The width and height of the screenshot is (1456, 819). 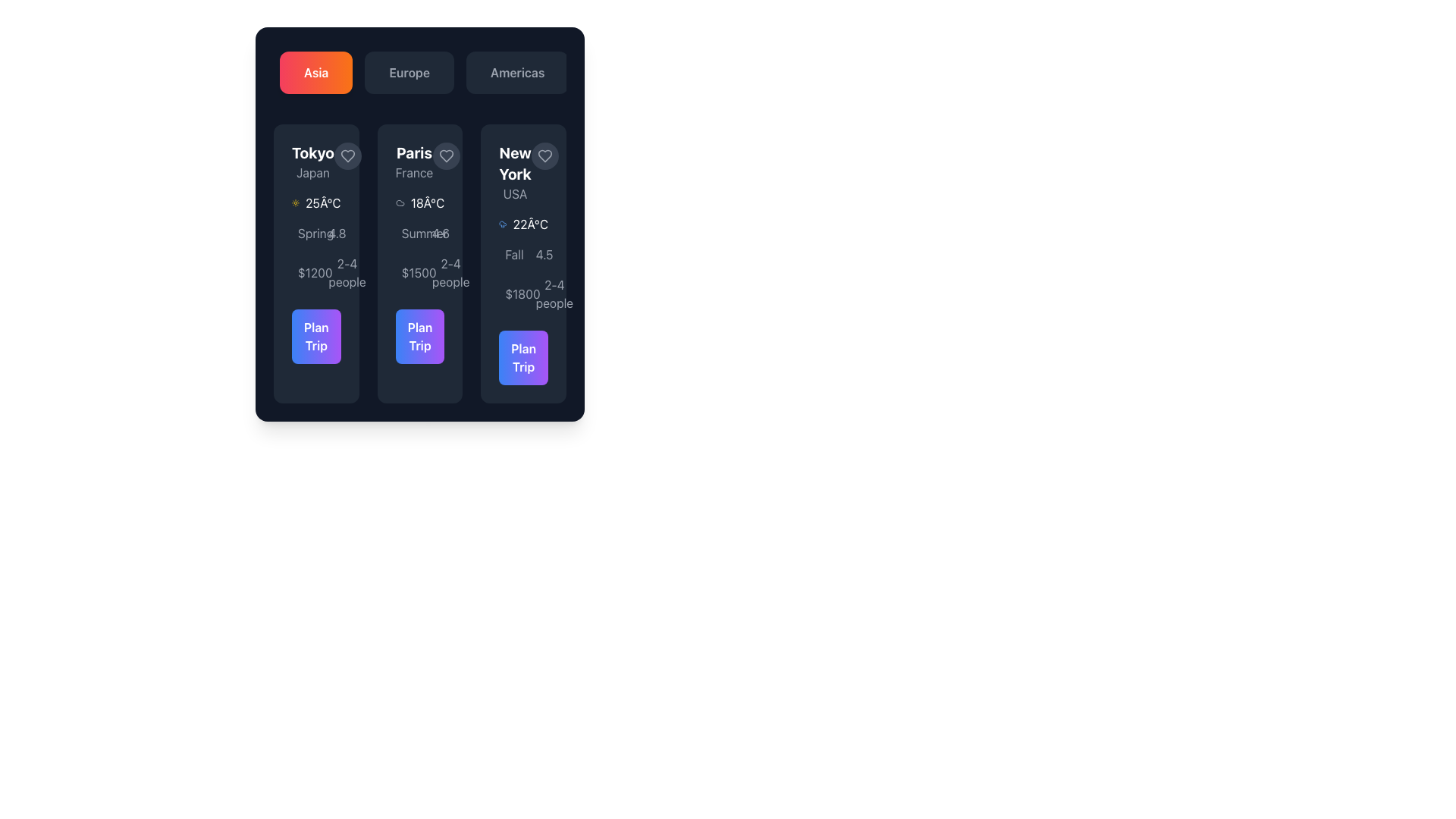 What do you see at coordinates (419, 73) in the screenshot?
I see `the Tab Bar` at bounding box center [419, 73].